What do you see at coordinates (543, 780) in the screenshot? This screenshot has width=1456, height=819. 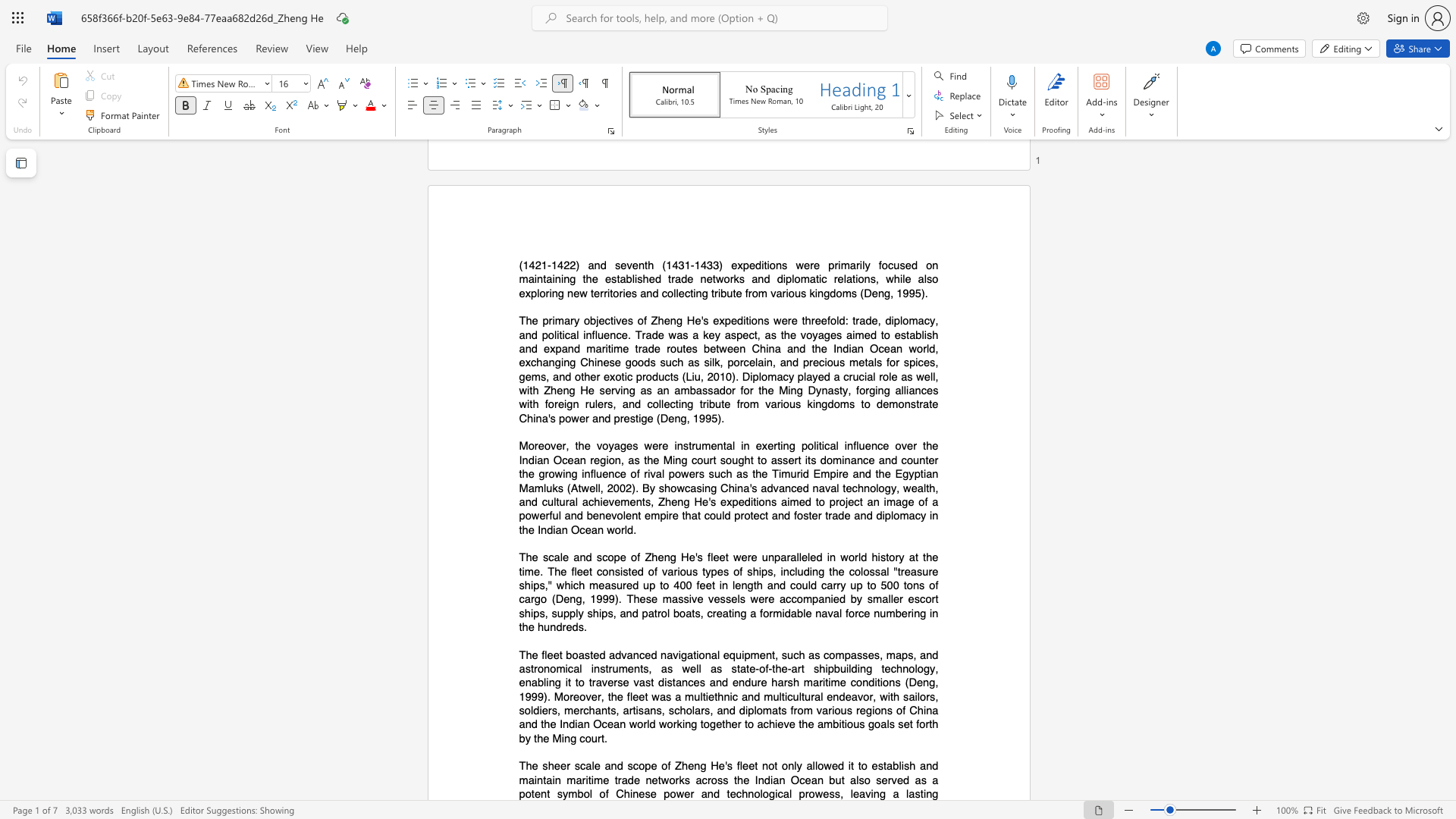 I see `the subset text "tain maritime trade networks across the Indian Ocean but also served as a potent symbol of Chinese power and tec" within the text "and maintain maritime trade networks across the Indian Ocean but also served as a potent symbol of Chinese power and technological prowess, leaving"` at bounding box center [543, 780].